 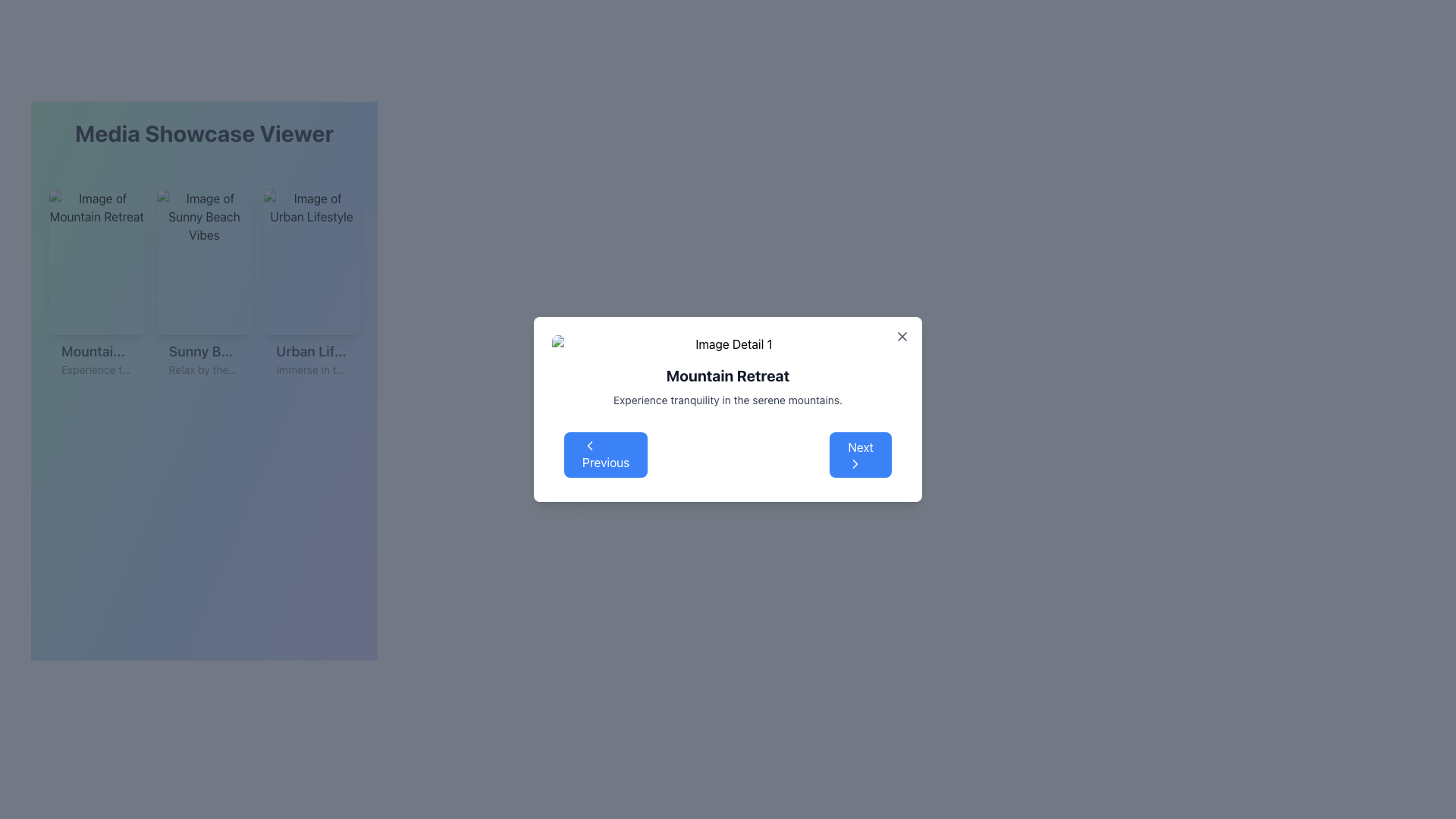 What do you see at coordinates (203, 359) in the screenshot?
I see `text from the text block titled 'Sunny Beach Vibes' that contains the description 'Relax by the golden sands and azure waves.'` at bounding box center [203, 359].